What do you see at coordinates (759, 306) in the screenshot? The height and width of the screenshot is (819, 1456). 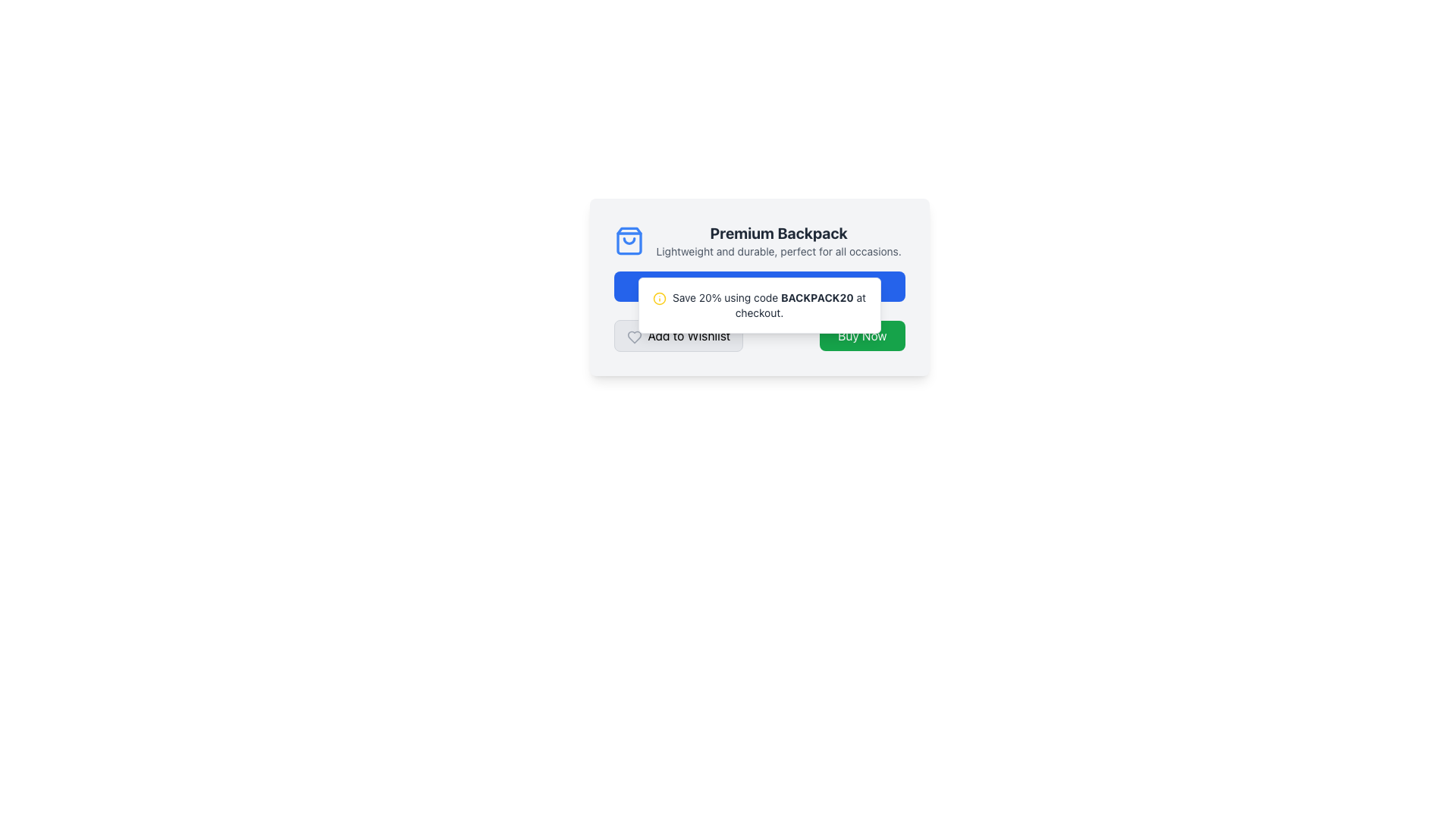 I see `the informational Text Label with Icon that displays a 20% discount and checkout code, which is centrally located above the main interface content` at bounding box center [759, 306].